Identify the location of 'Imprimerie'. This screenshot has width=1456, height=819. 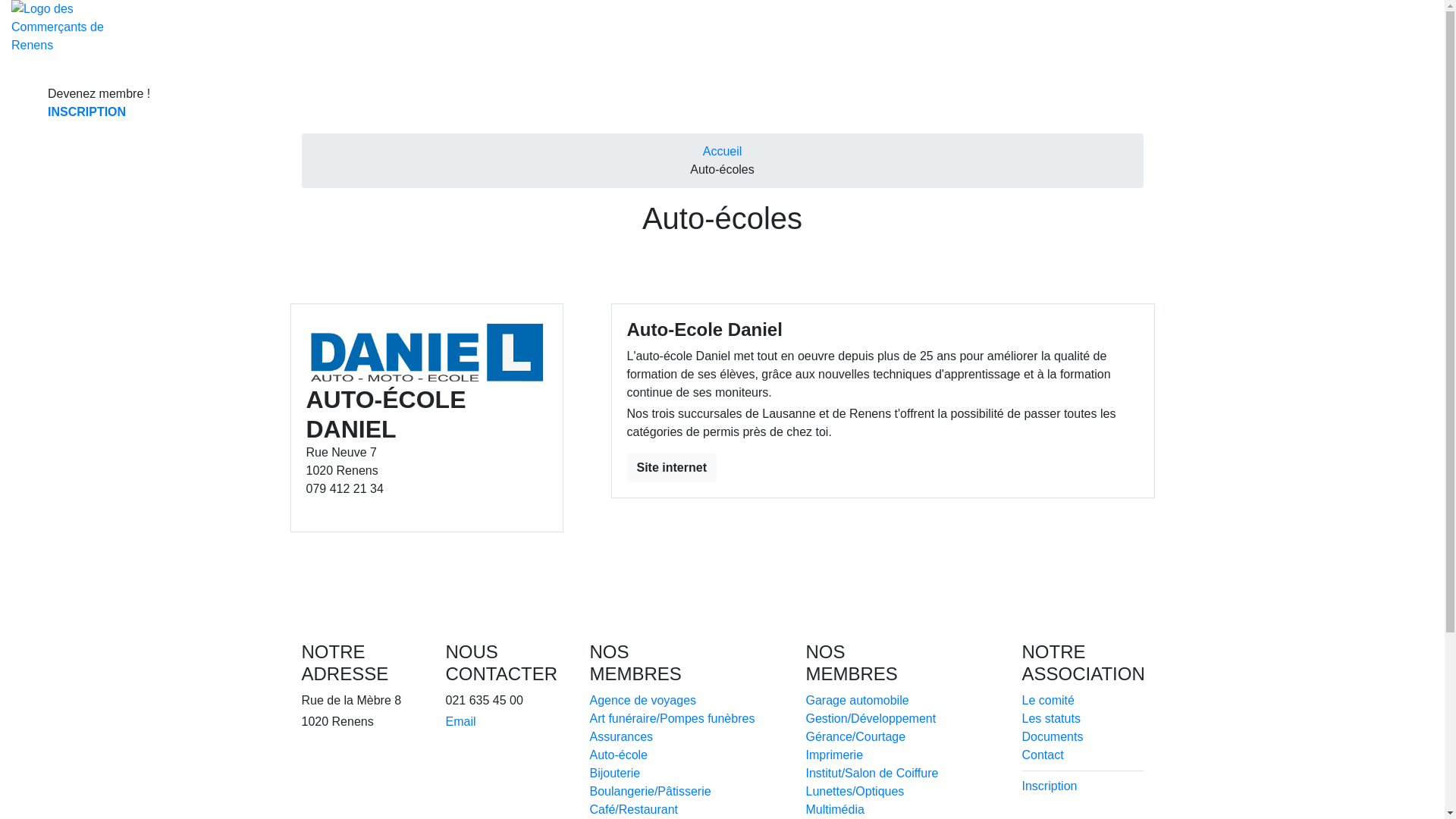
(833, 755).